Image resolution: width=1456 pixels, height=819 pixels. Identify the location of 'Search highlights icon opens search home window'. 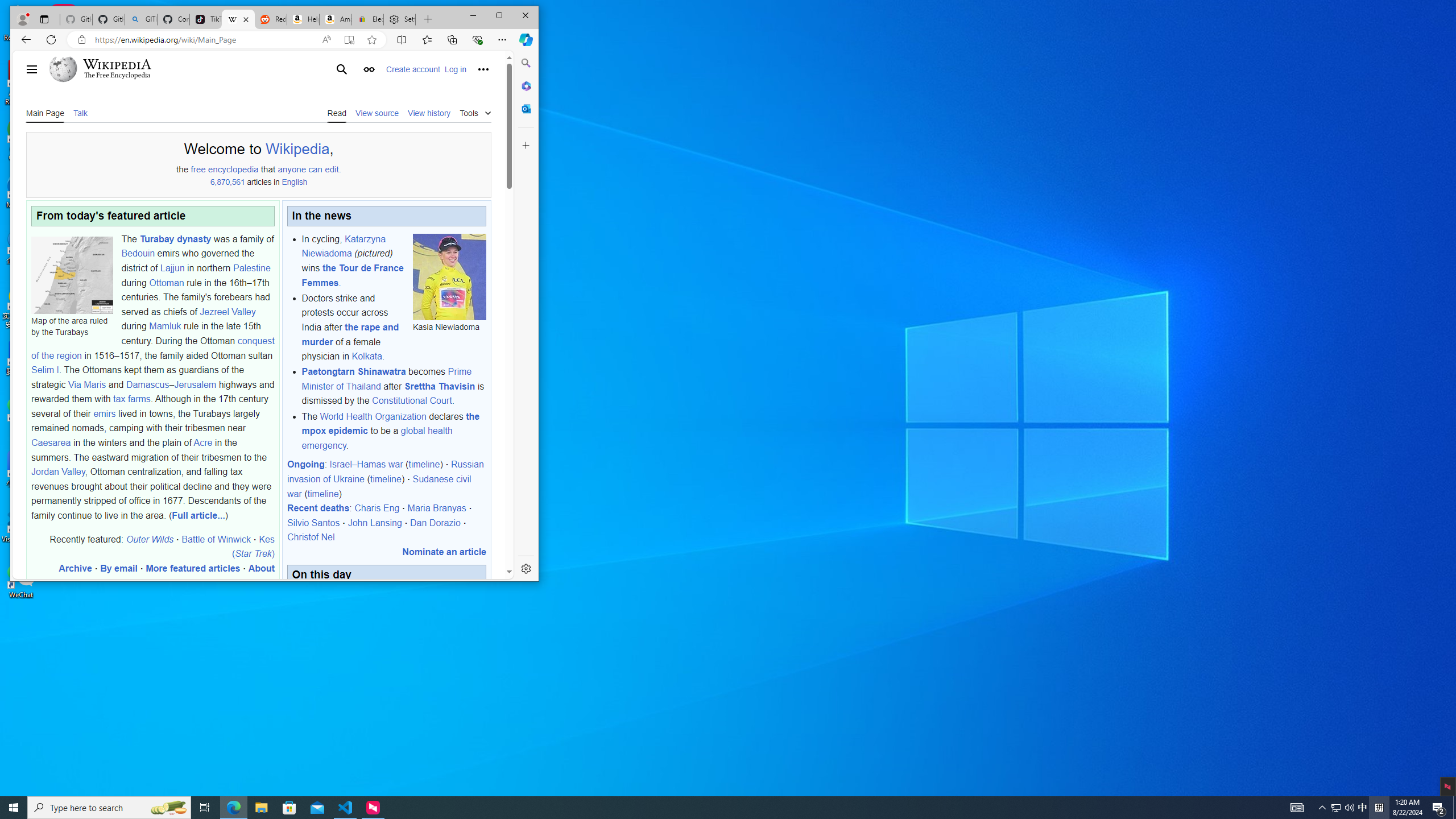
(167, 806).